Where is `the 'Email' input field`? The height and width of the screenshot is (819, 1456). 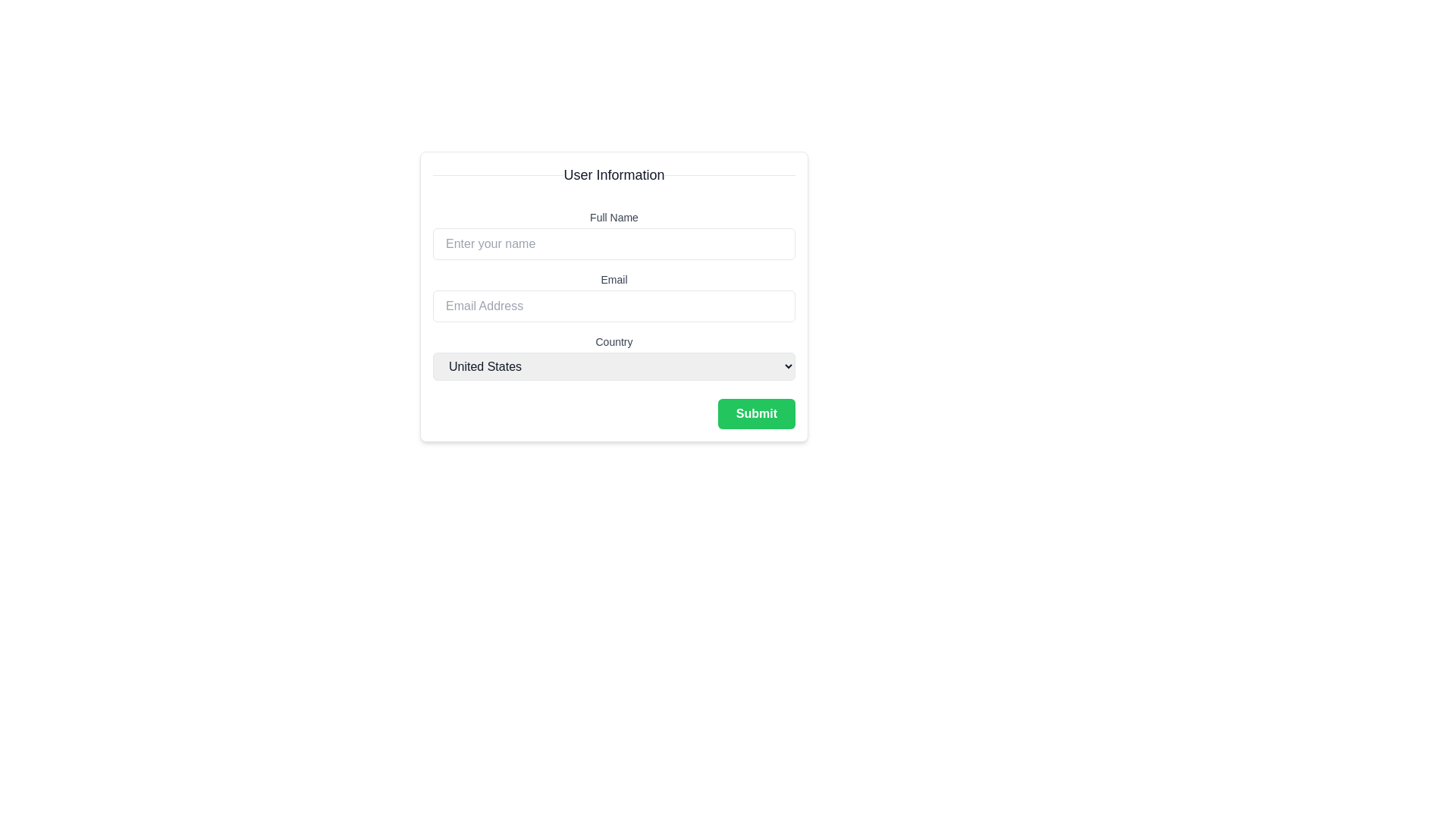 the 'Email' input field is located at coordinates (614, 297).